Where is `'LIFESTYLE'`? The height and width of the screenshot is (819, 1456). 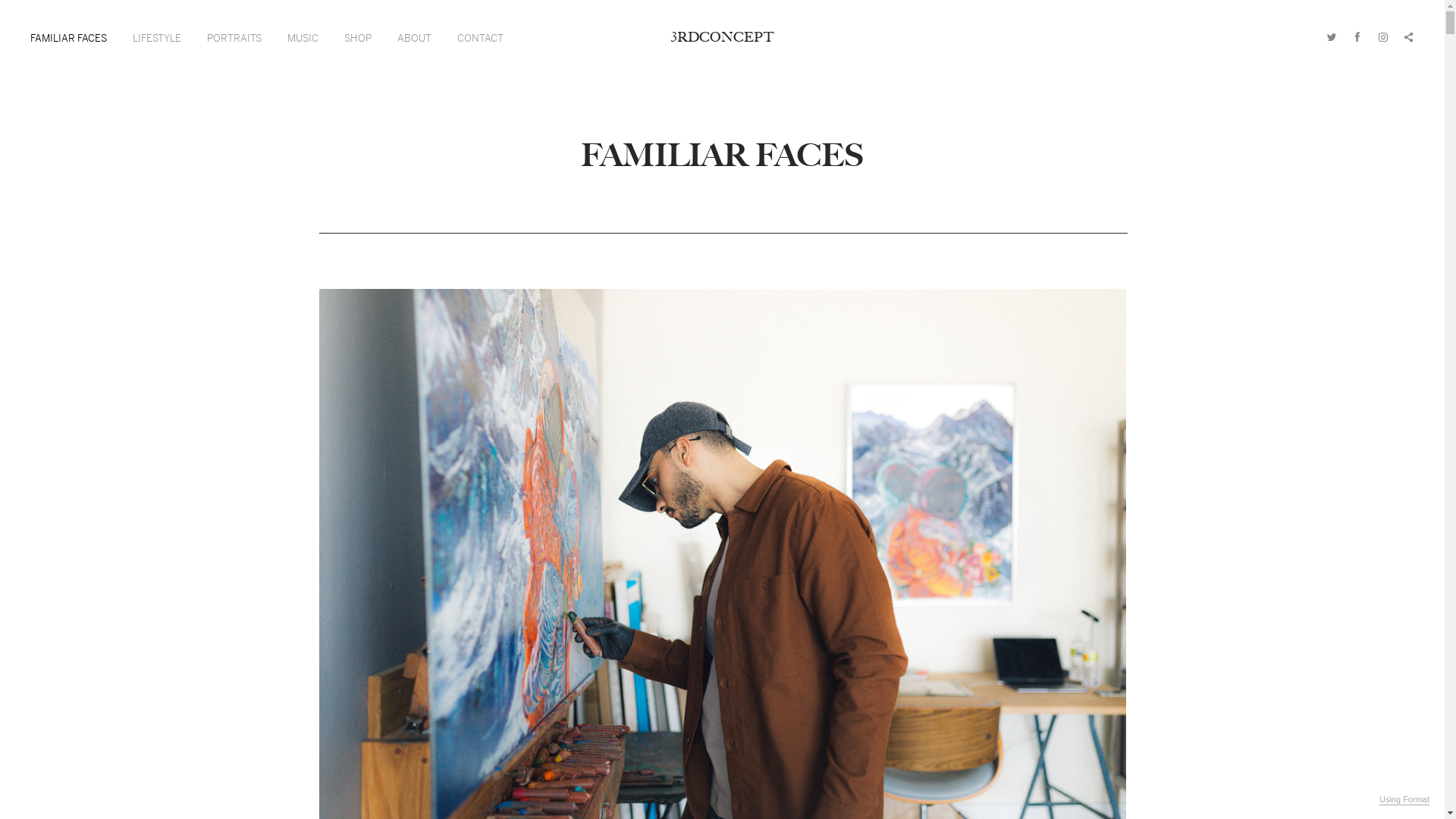
'LIFESTYLE' is located at coordinates (132, 37).